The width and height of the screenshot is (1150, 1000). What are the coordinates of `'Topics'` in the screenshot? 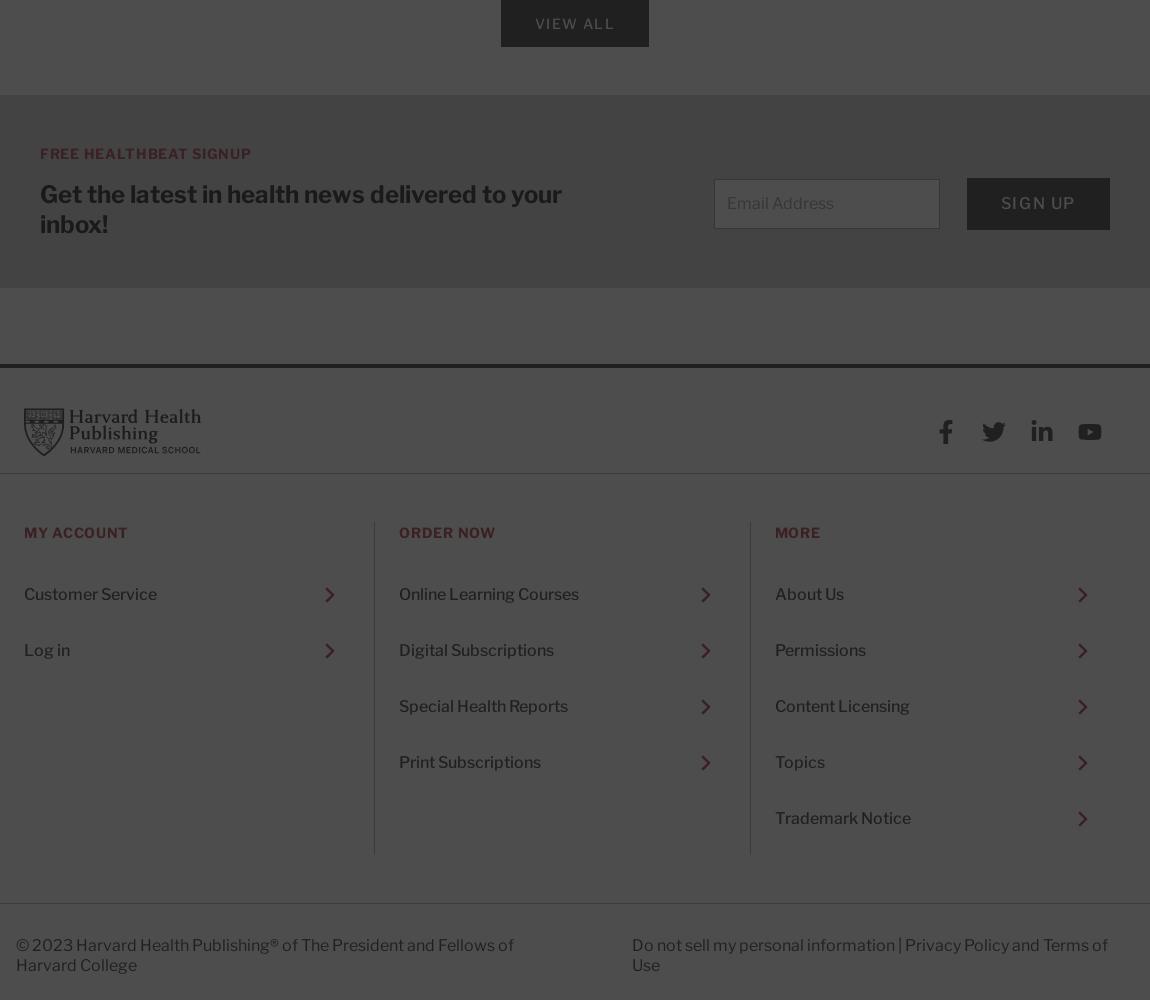 It's located at (798, 762).